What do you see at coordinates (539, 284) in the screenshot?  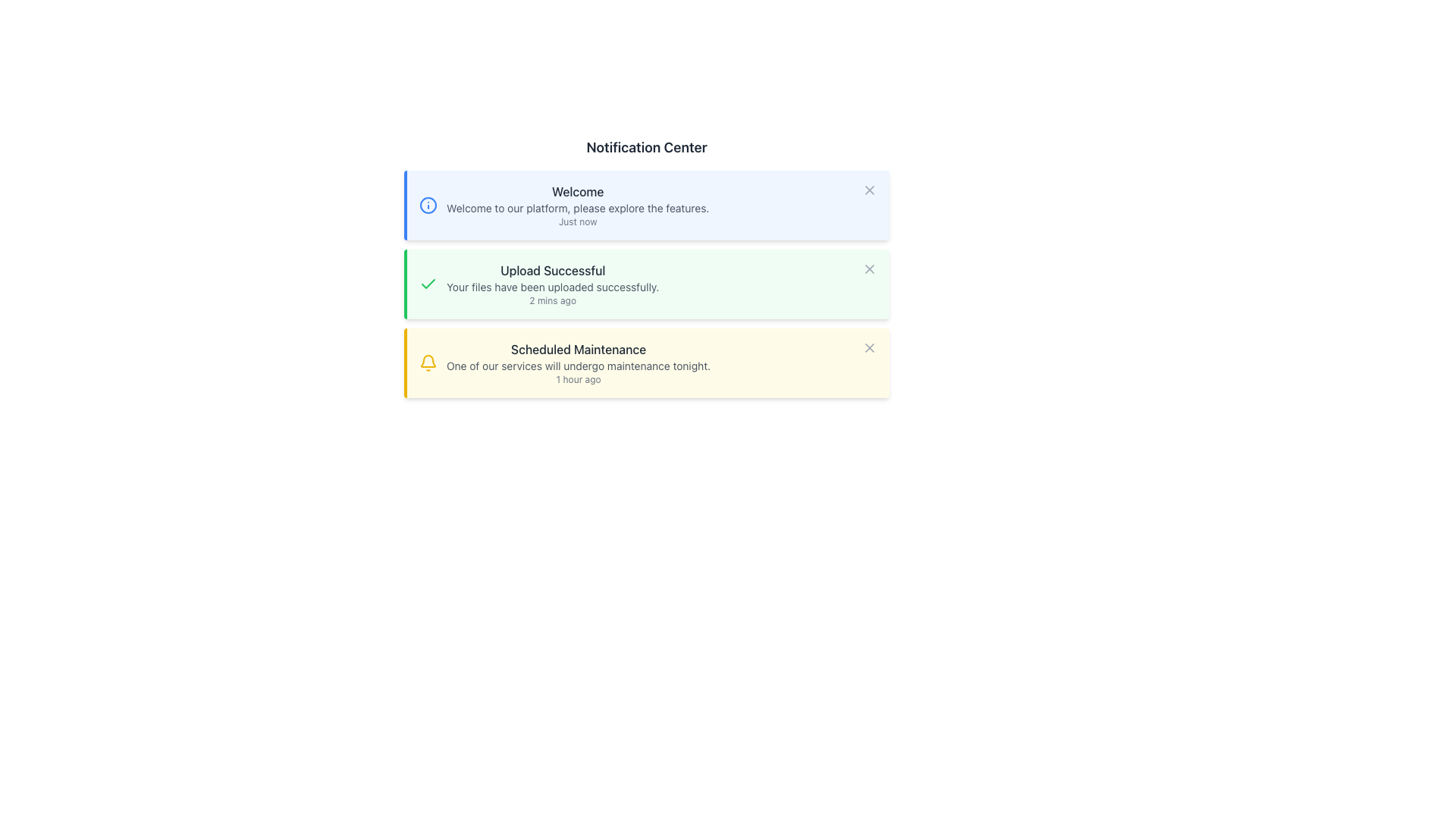 I see `the second success notification message, which is located between 'Welcome' and 'Scheduled Maintenance'` at bounding box center [539, 284].